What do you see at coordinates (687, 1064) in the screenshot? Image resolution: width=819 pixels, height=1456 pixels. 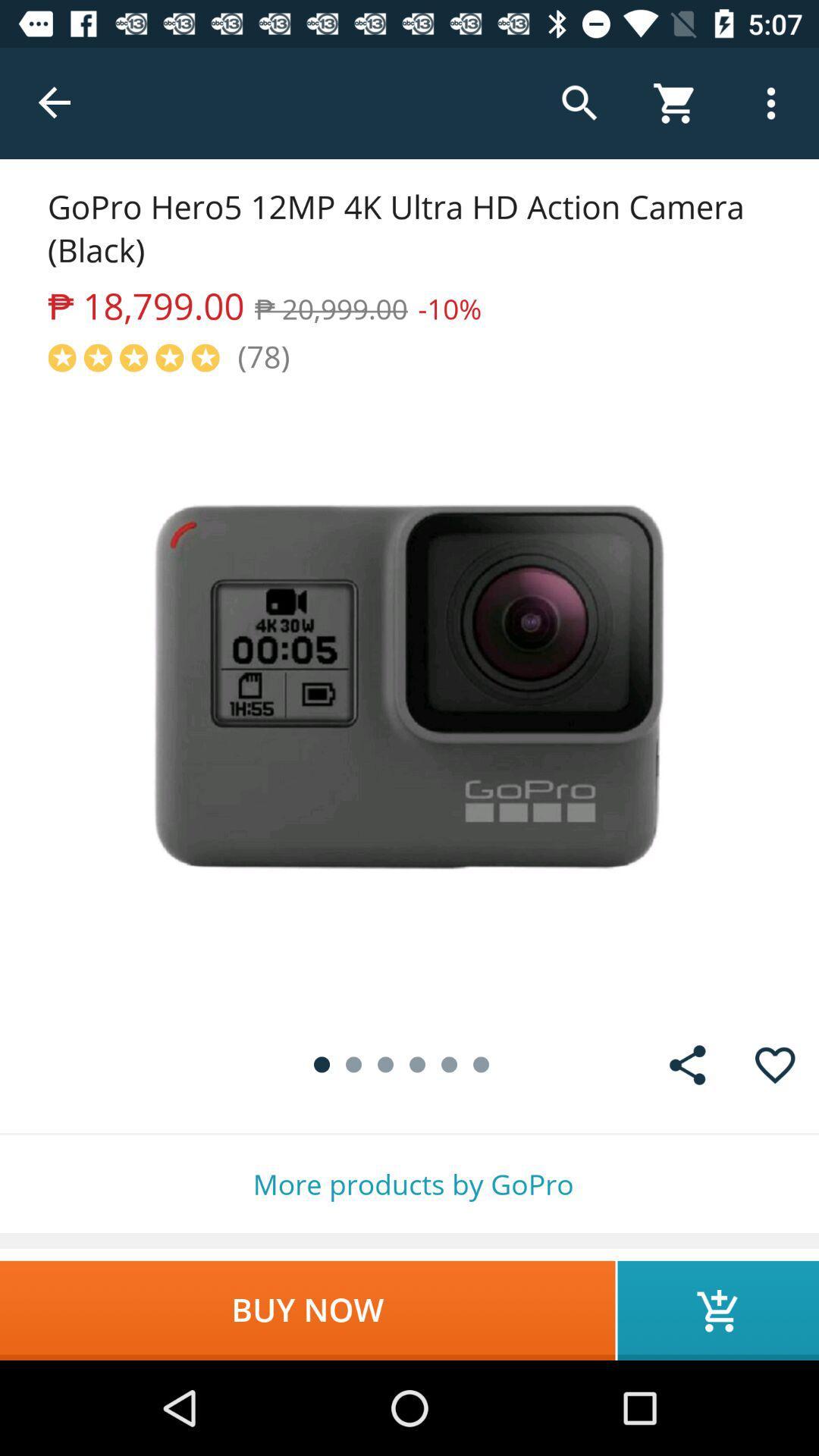 I see `the share icon` at bounding box center [687, 1064].